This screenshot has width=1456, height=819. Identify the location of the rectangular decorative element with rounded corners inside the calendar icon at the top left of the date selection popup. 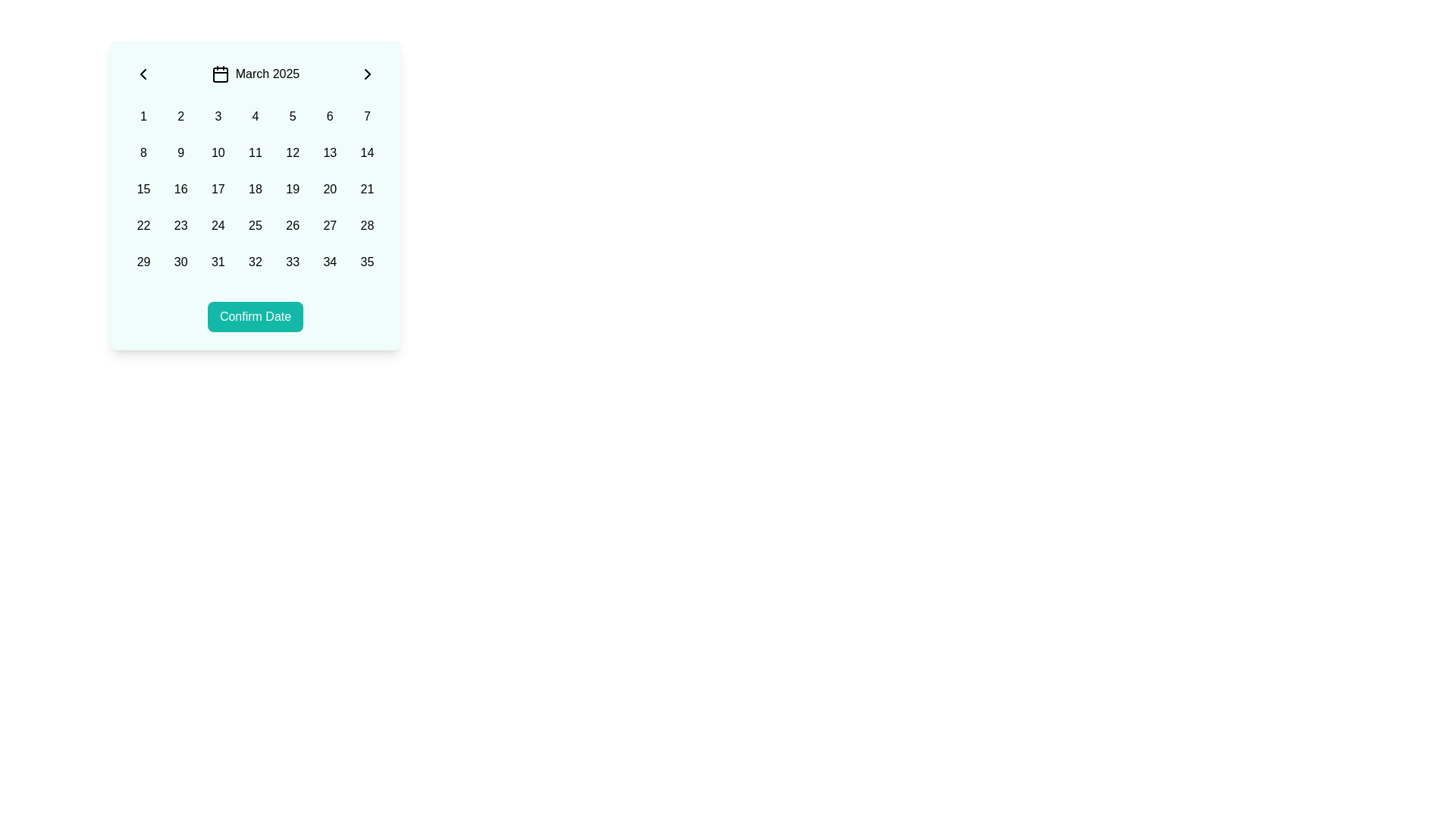
(219, 75).